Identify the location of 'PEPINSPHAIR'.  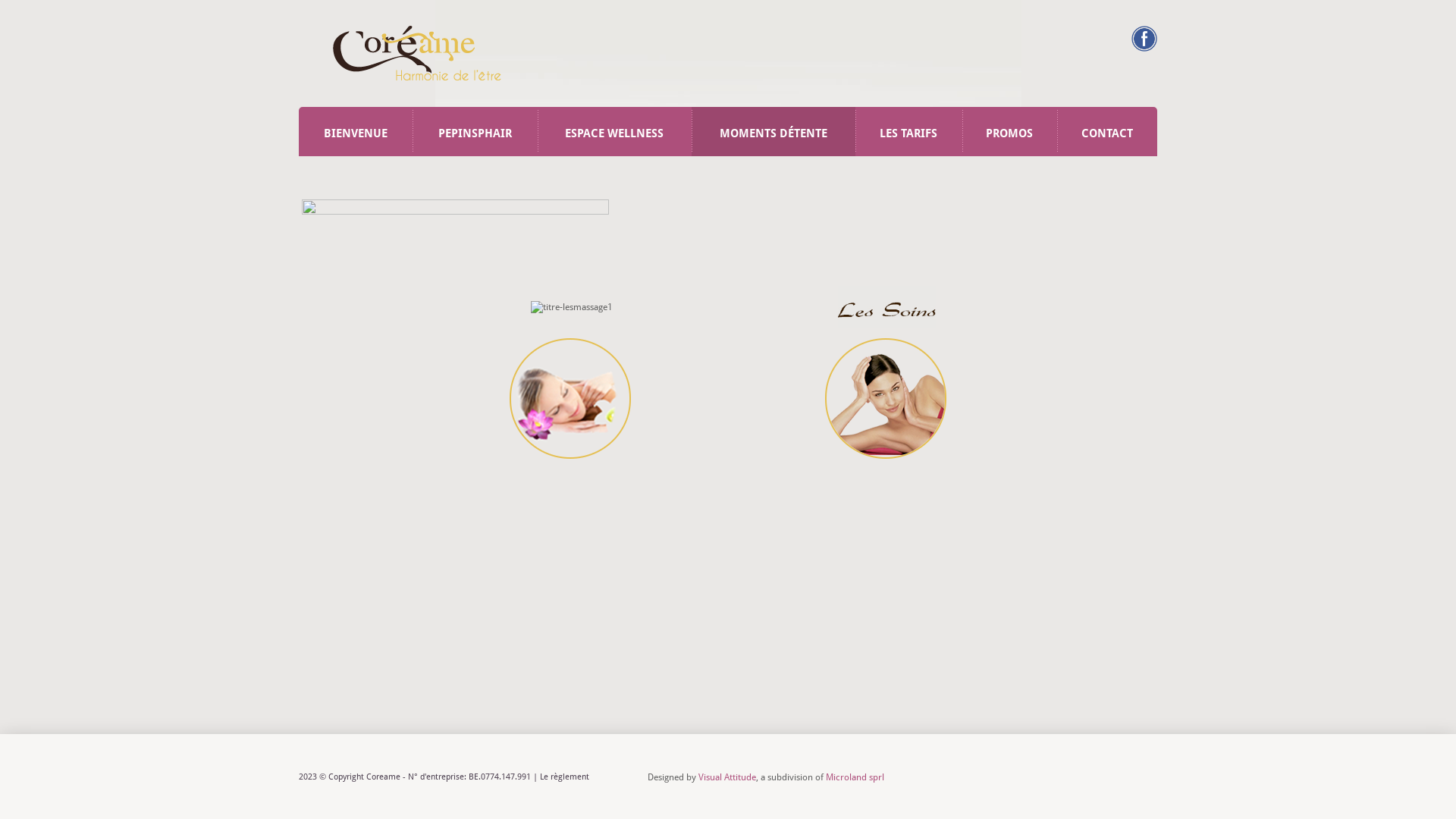
(474, 130).